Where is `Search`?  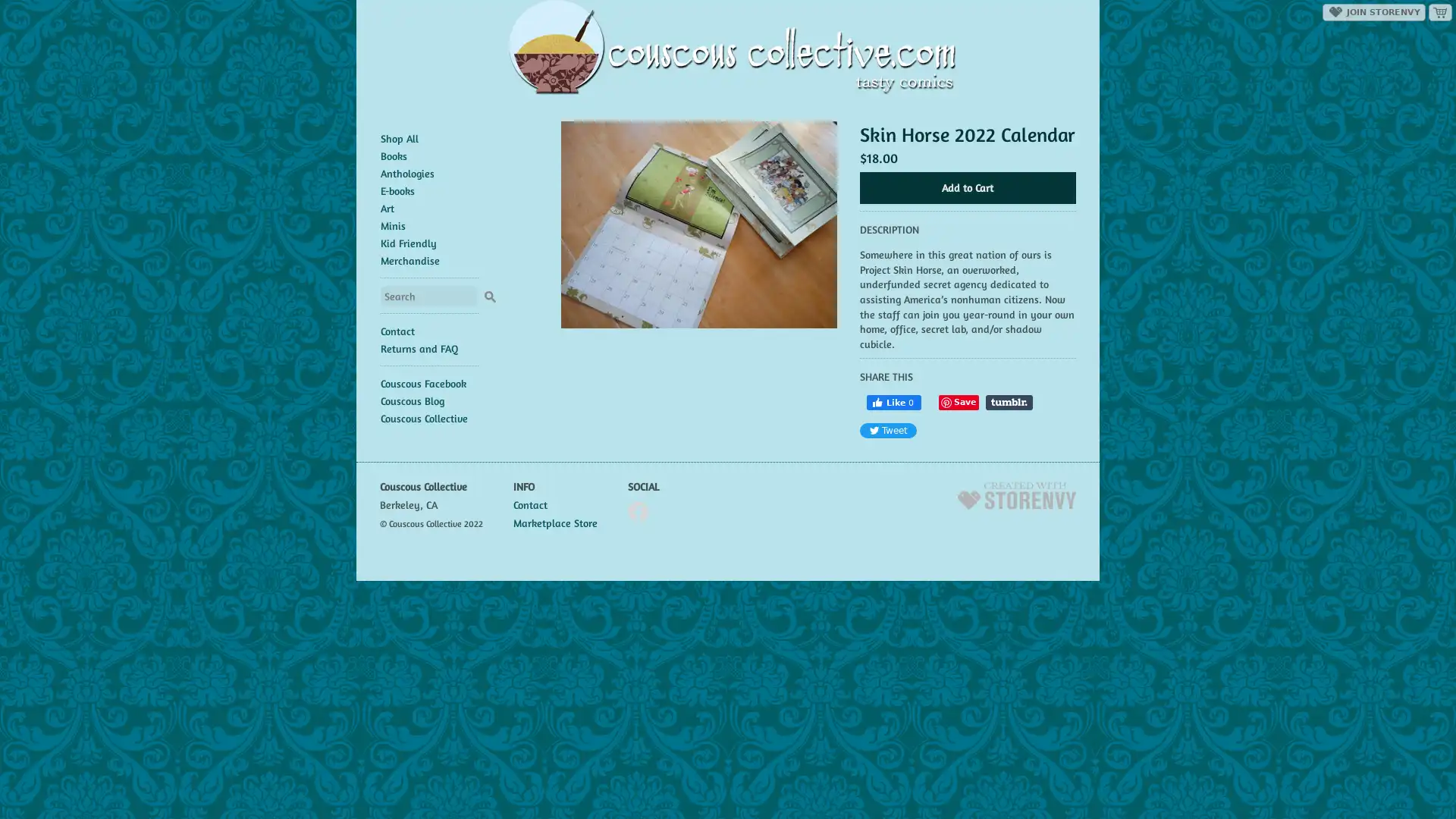 Search is located at coordinates (489, 294).